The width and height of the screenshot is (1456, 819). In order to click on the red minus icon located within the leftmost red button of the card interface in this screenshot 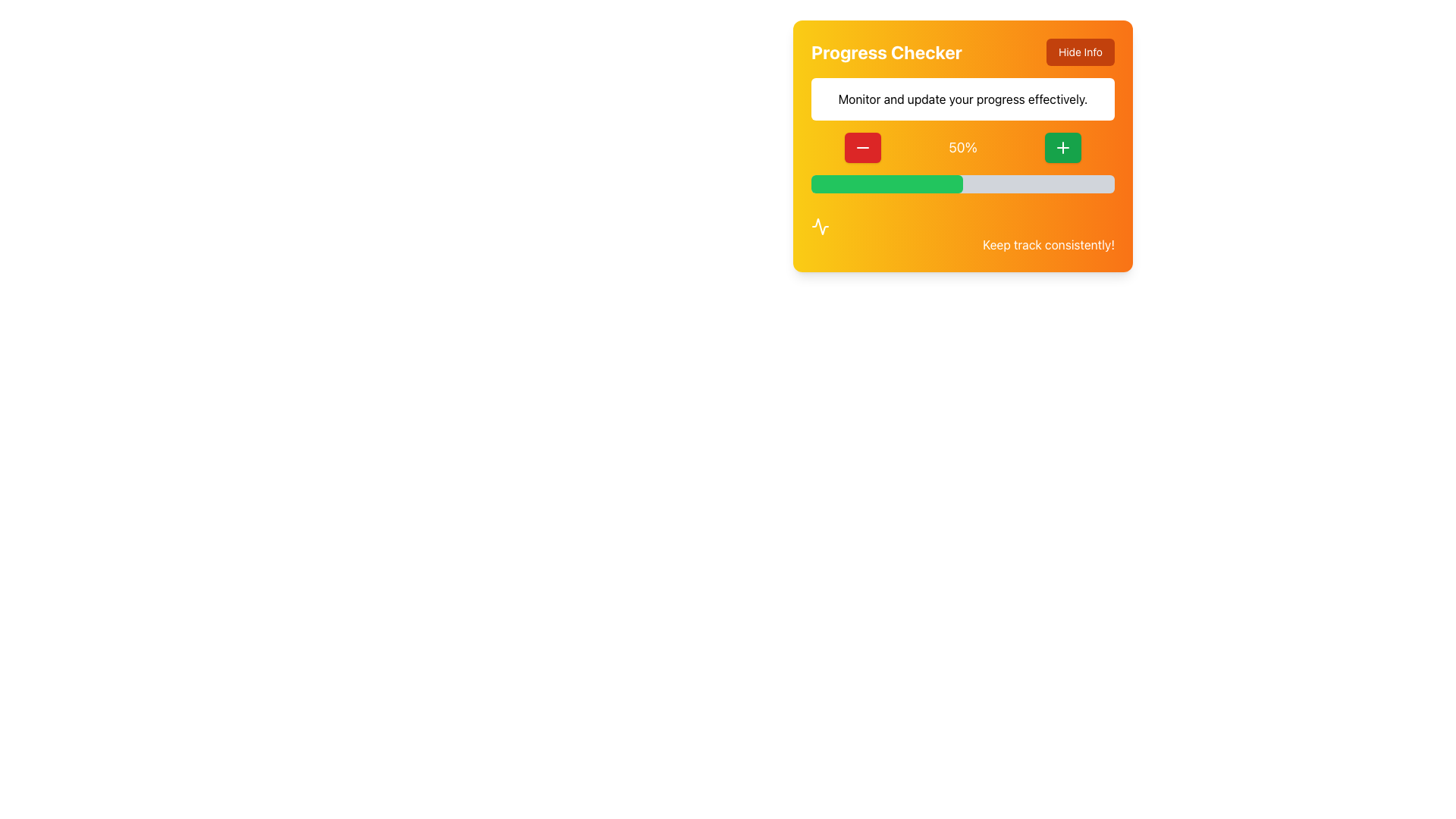, I will do `click(863, 148)`.